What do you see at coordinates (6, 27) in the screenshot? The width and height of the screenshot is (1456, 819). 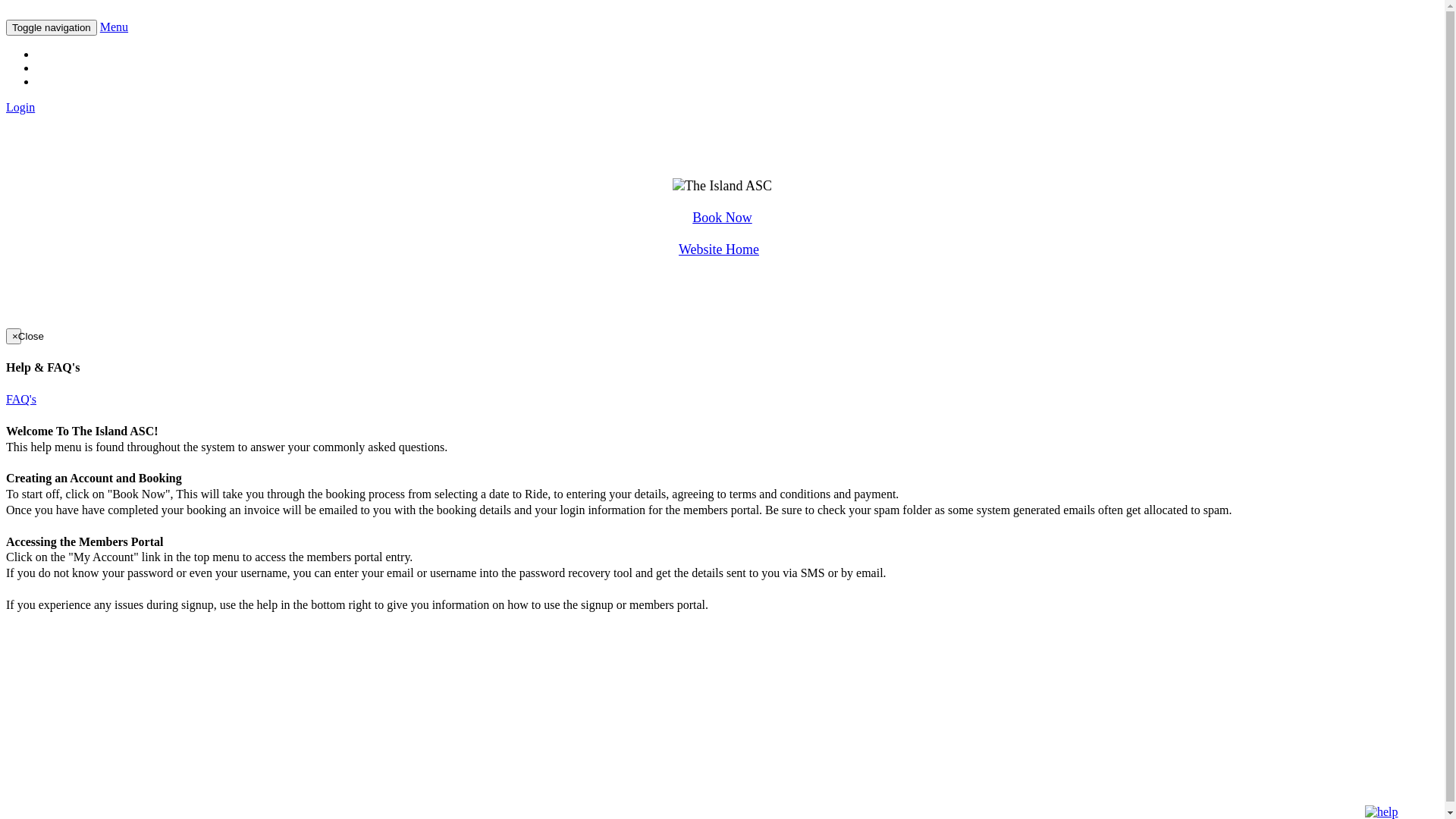 I see `'Toggle navigation'` at bounding box center [6, 27].